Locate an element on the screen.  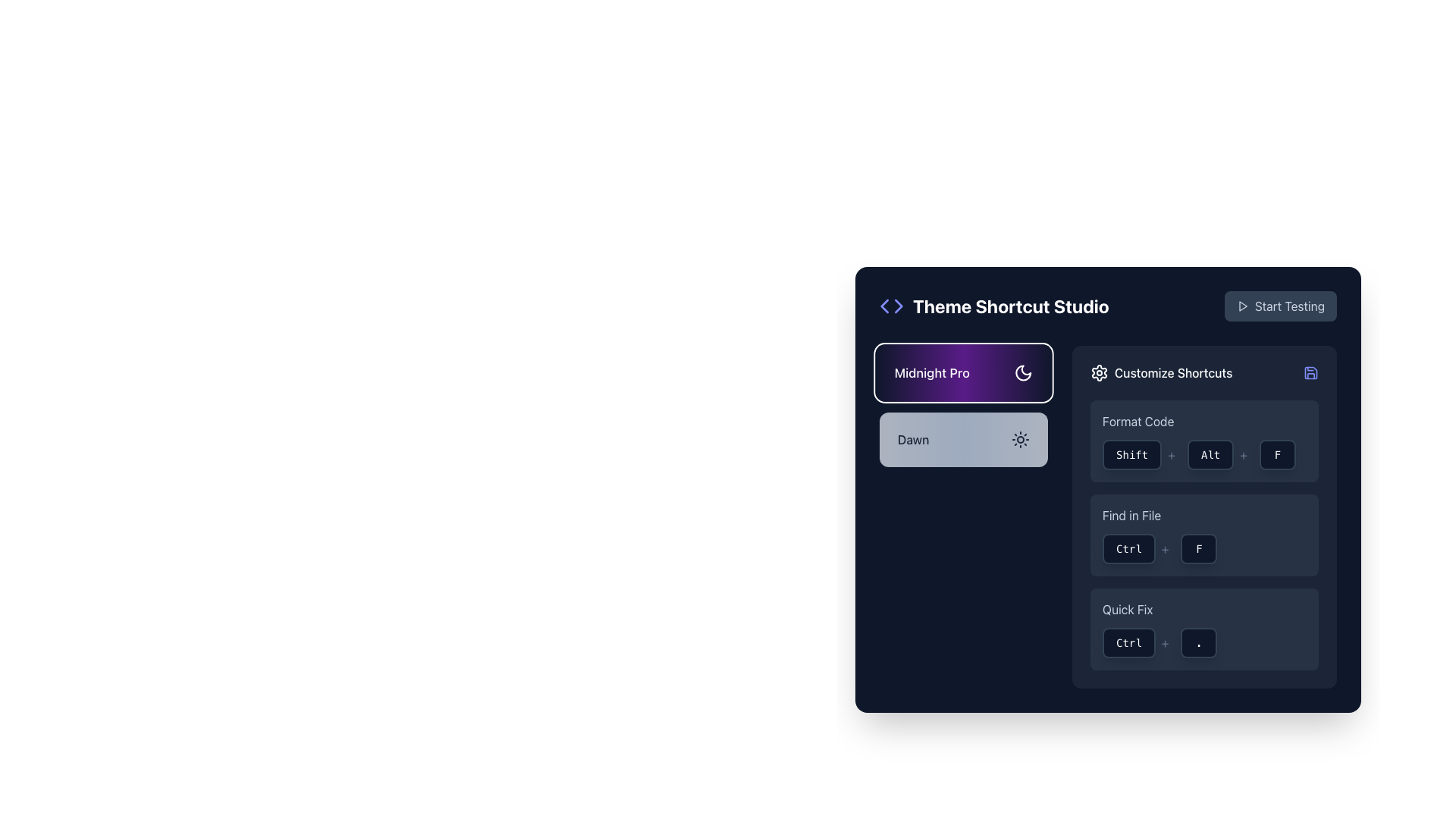
the 'Ctrl' button, which is a rectangular button with a dark gray background and white text, located in the 'Quick Fix' section of the 'Customize Shortcuts' panel is located at coordinates (1128, 643).